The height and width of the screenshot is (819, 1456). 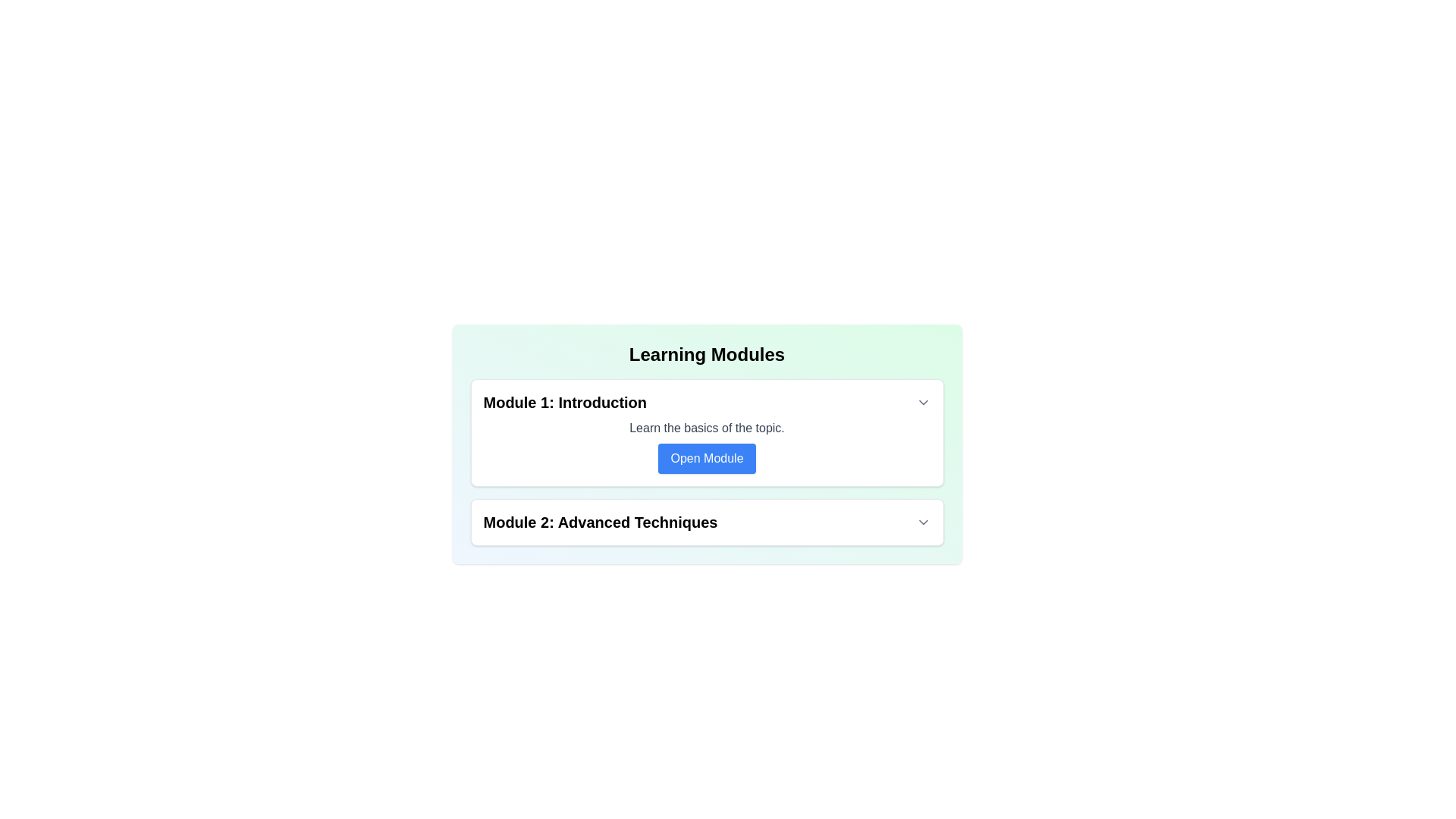 What do you see at coordinates (706, 446) in the screenshot?
I see `the 'Open Module' button located within the Informational Block under the title 'Module 1: Introduction'` at bounding box center [706, 446].